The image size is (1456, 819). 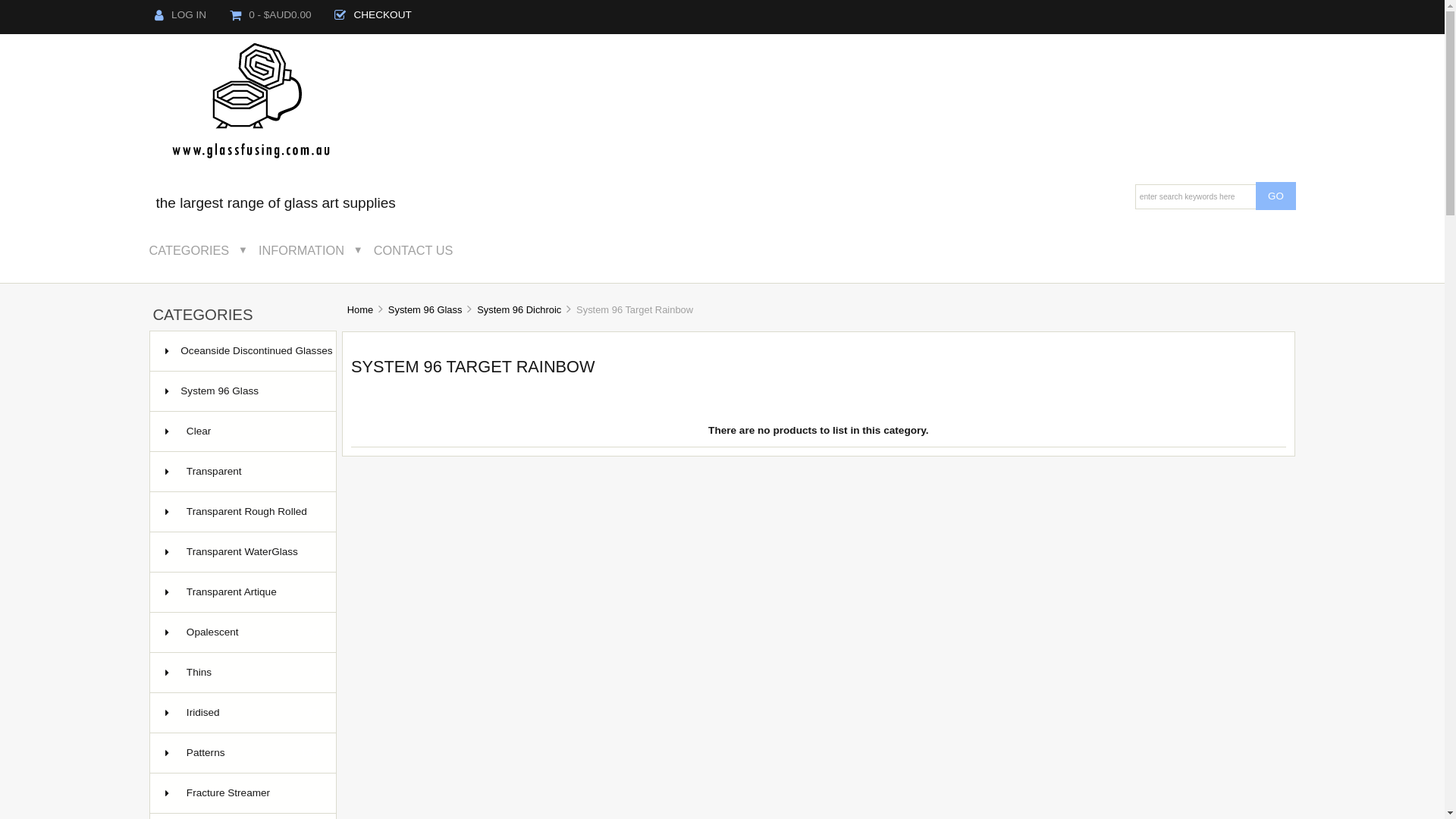 I want to click on 'CHECKOUT', so click(x=373, y=14).